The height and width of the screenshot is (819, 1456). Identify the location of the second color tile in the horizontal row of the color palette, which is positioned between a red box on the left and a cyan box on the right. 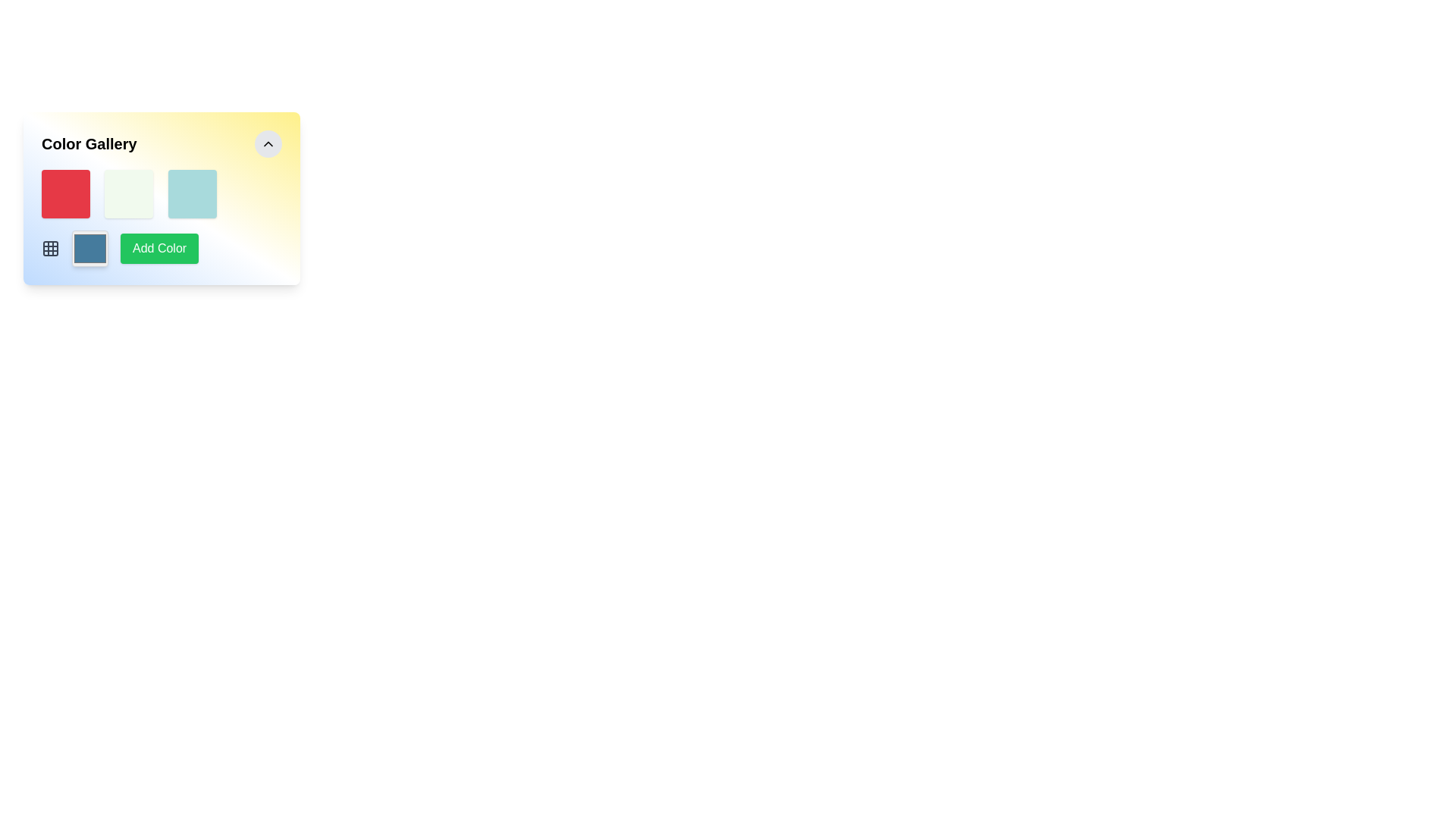
(129, 193).